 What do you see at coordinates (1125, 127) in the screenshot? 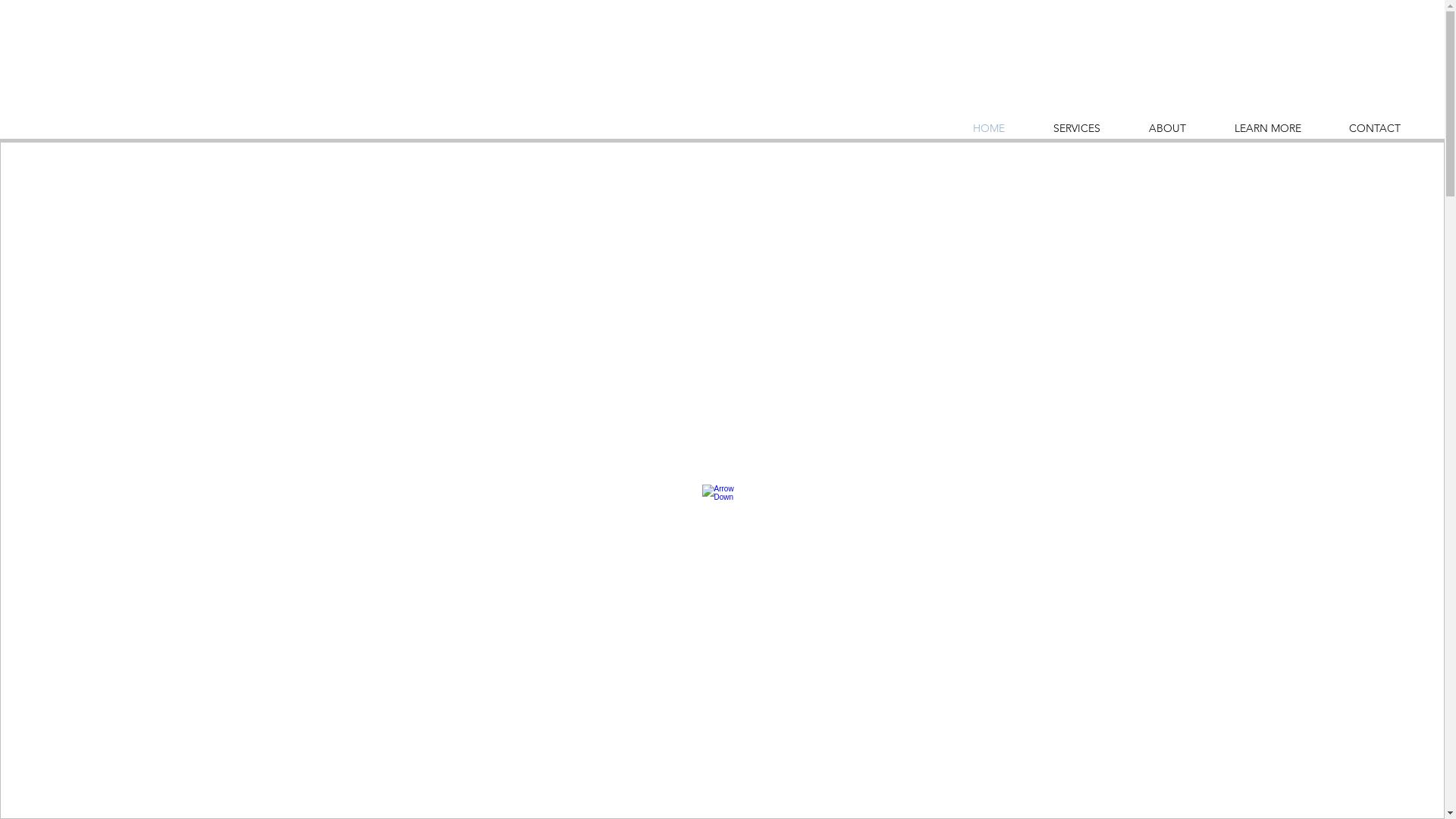
I see `'ABOUT'` at bounding box center [1125, 127].